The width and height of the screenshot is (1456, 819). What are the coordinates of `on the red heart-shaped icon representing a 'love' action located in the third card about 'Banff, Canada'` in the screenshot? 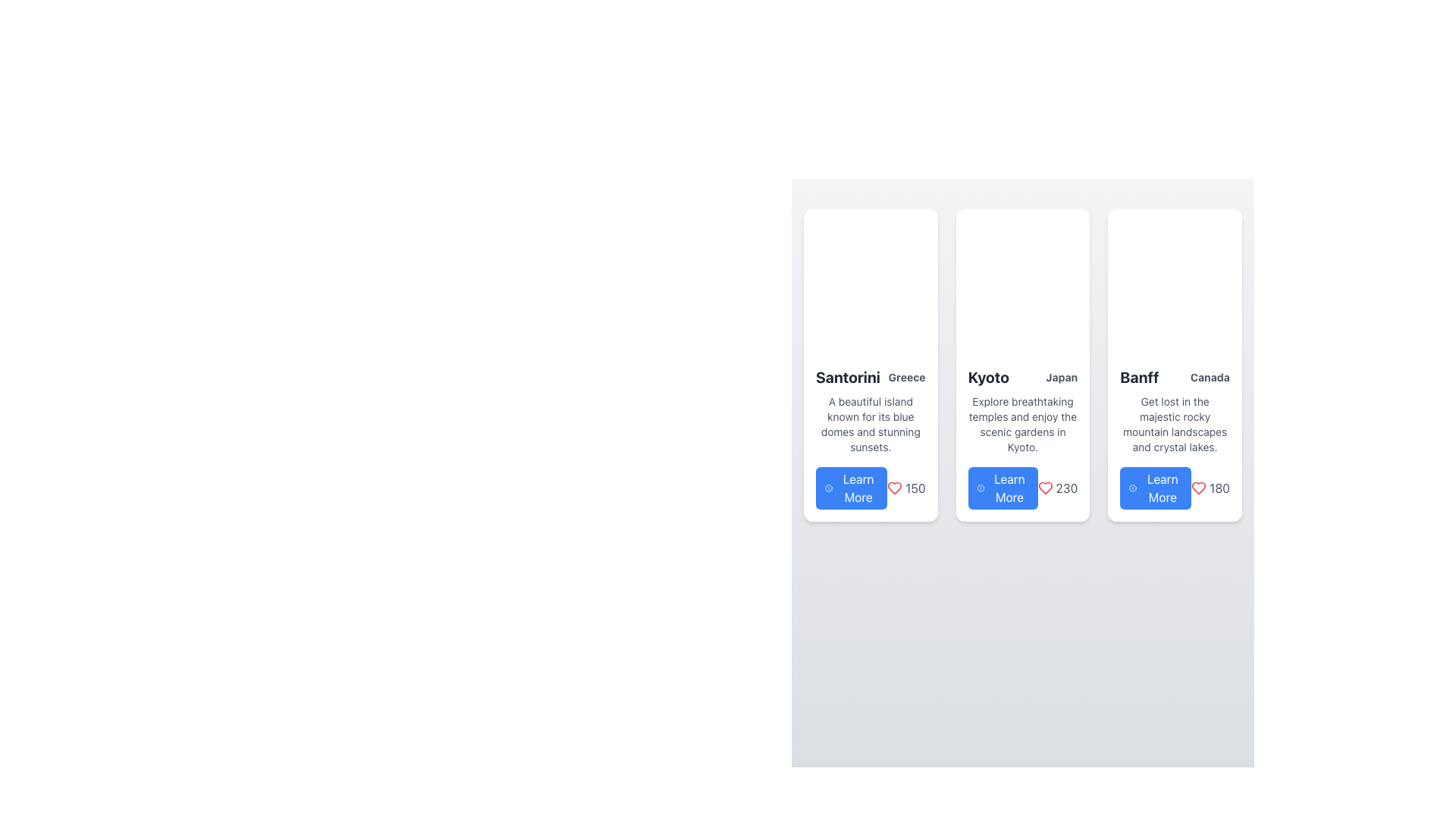 It's located at (1198, 488).